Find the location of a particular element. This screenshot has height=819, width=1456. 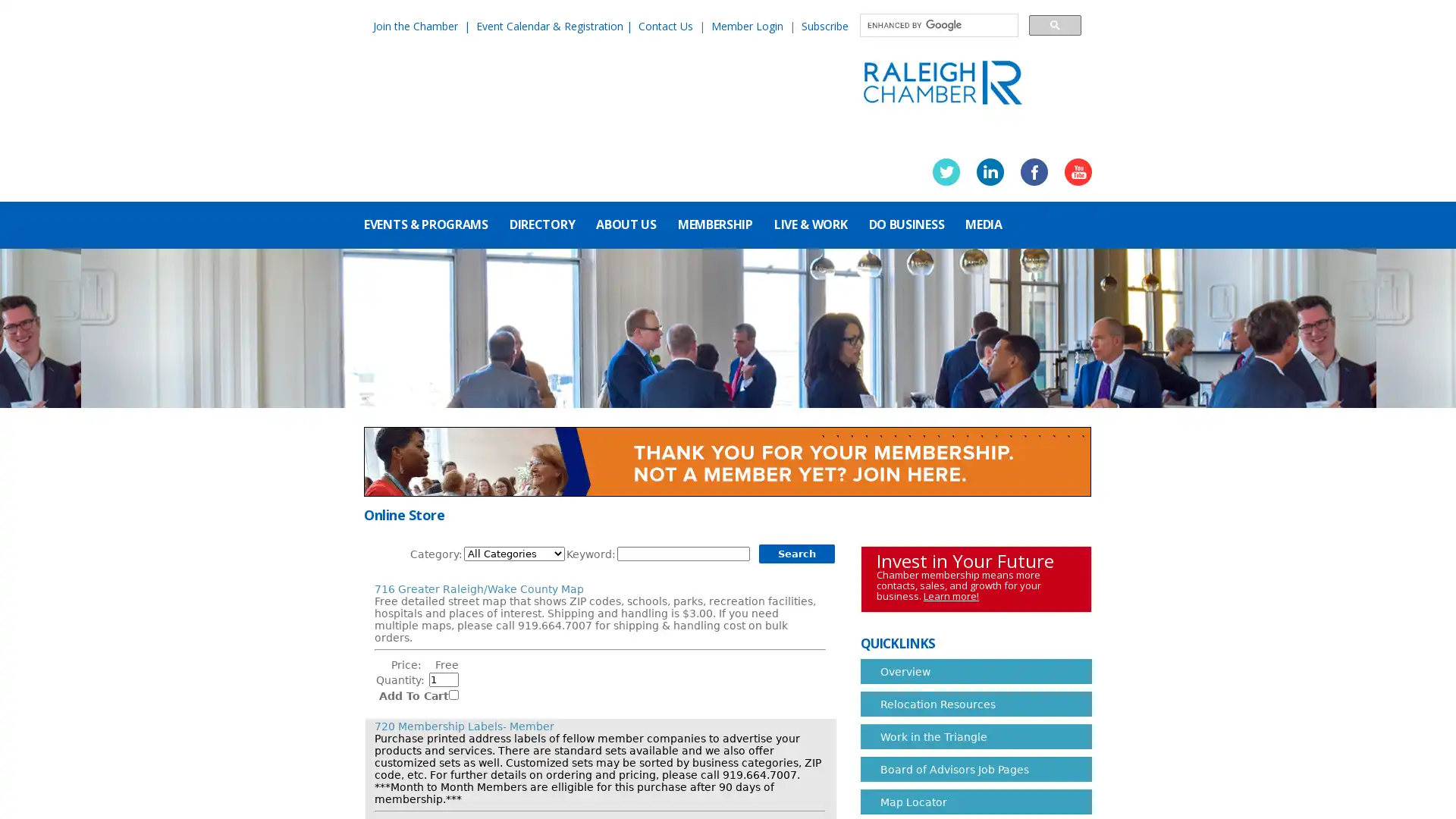

Search is located at coordinates (796, 554).